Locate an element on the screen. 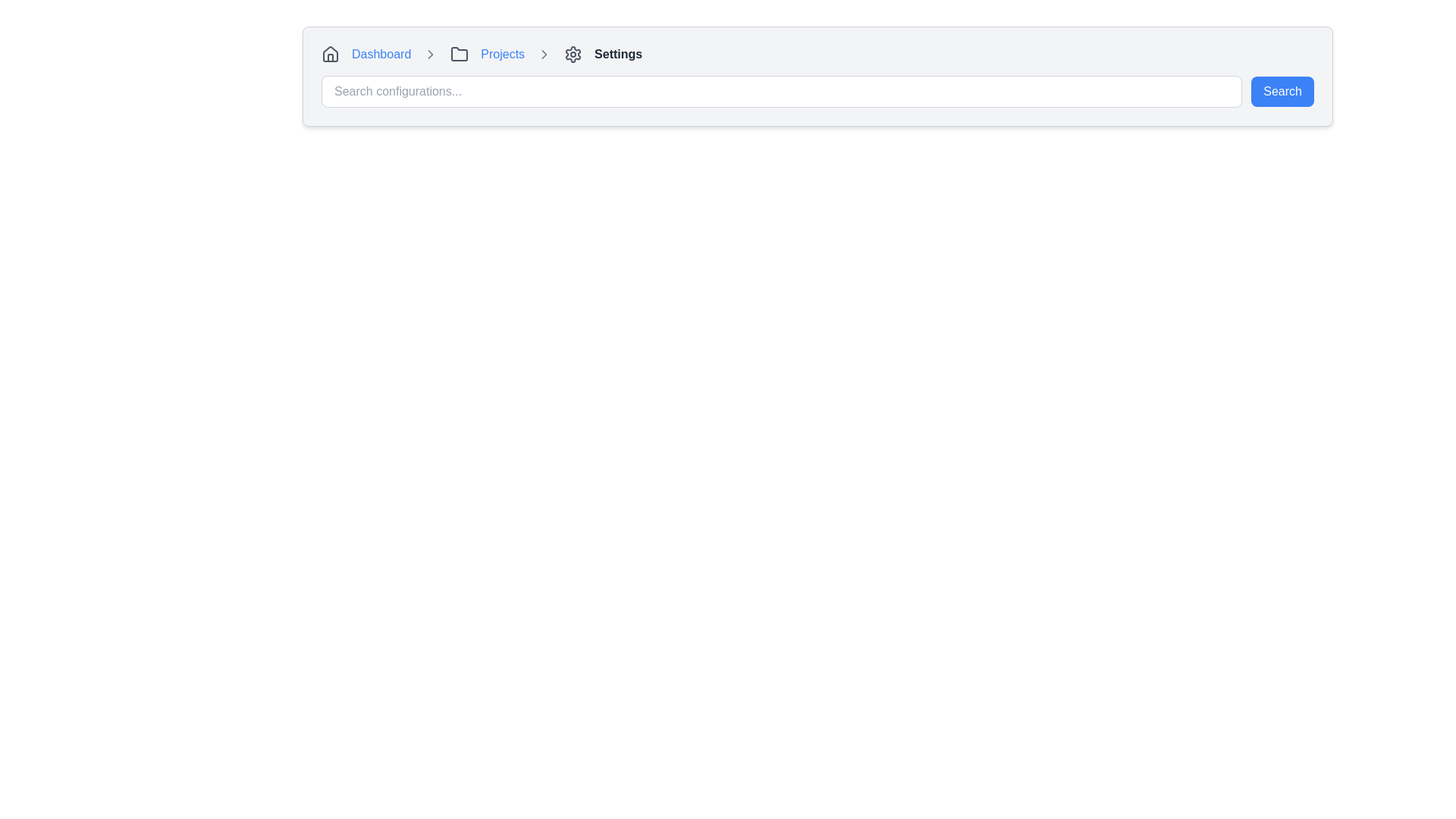 The image size is (1456, 819). the folder icon, which is a gray, line-drawn representation with rounded corners located in the breadcrumb navigation bar between 'Dashboard' and 'Projects' is located at coordinates (459, 53).